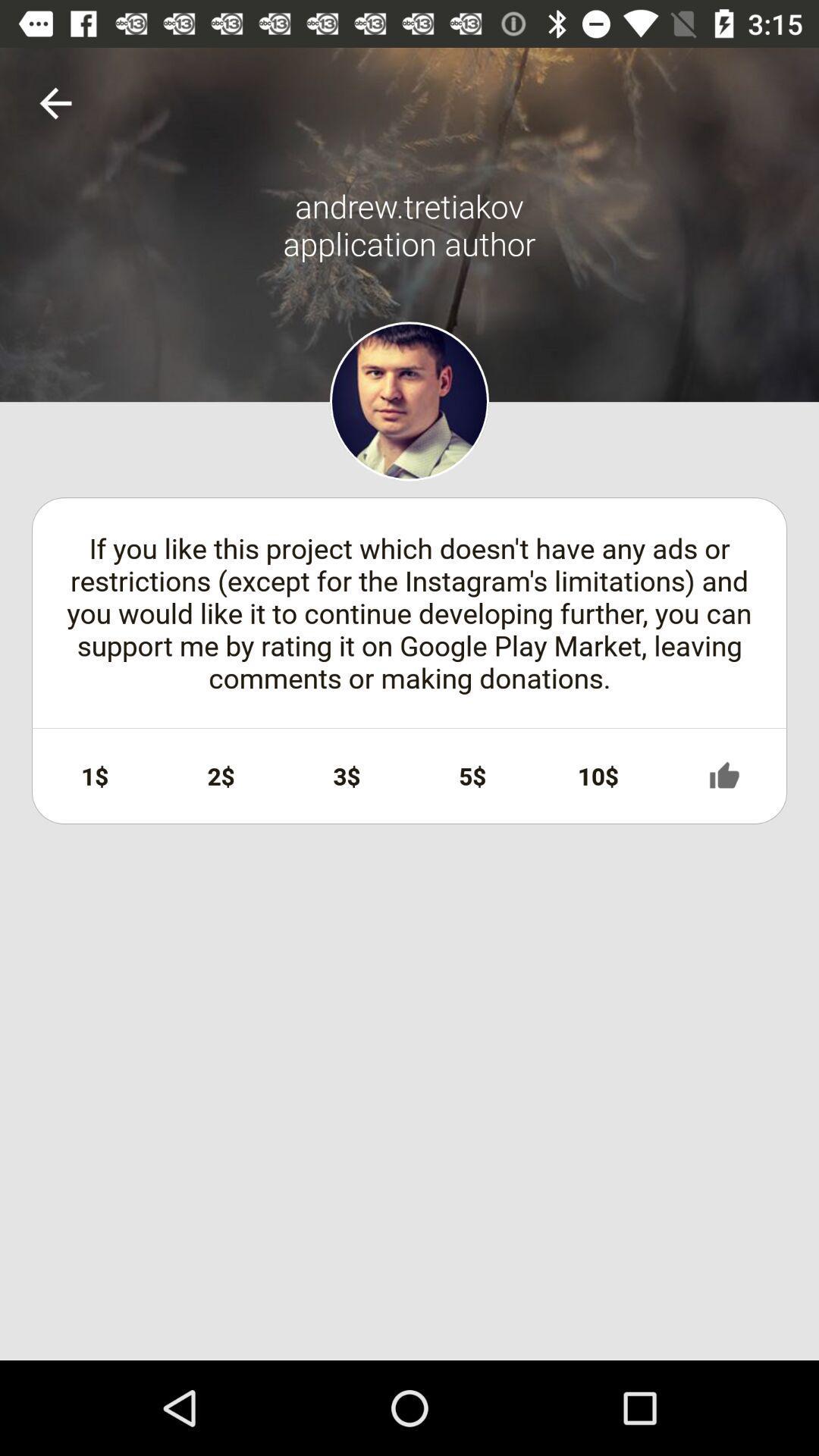  Describe the element at coordinates (347, 776) in the screenshot. I see `icon to the right of 2$` at that location.